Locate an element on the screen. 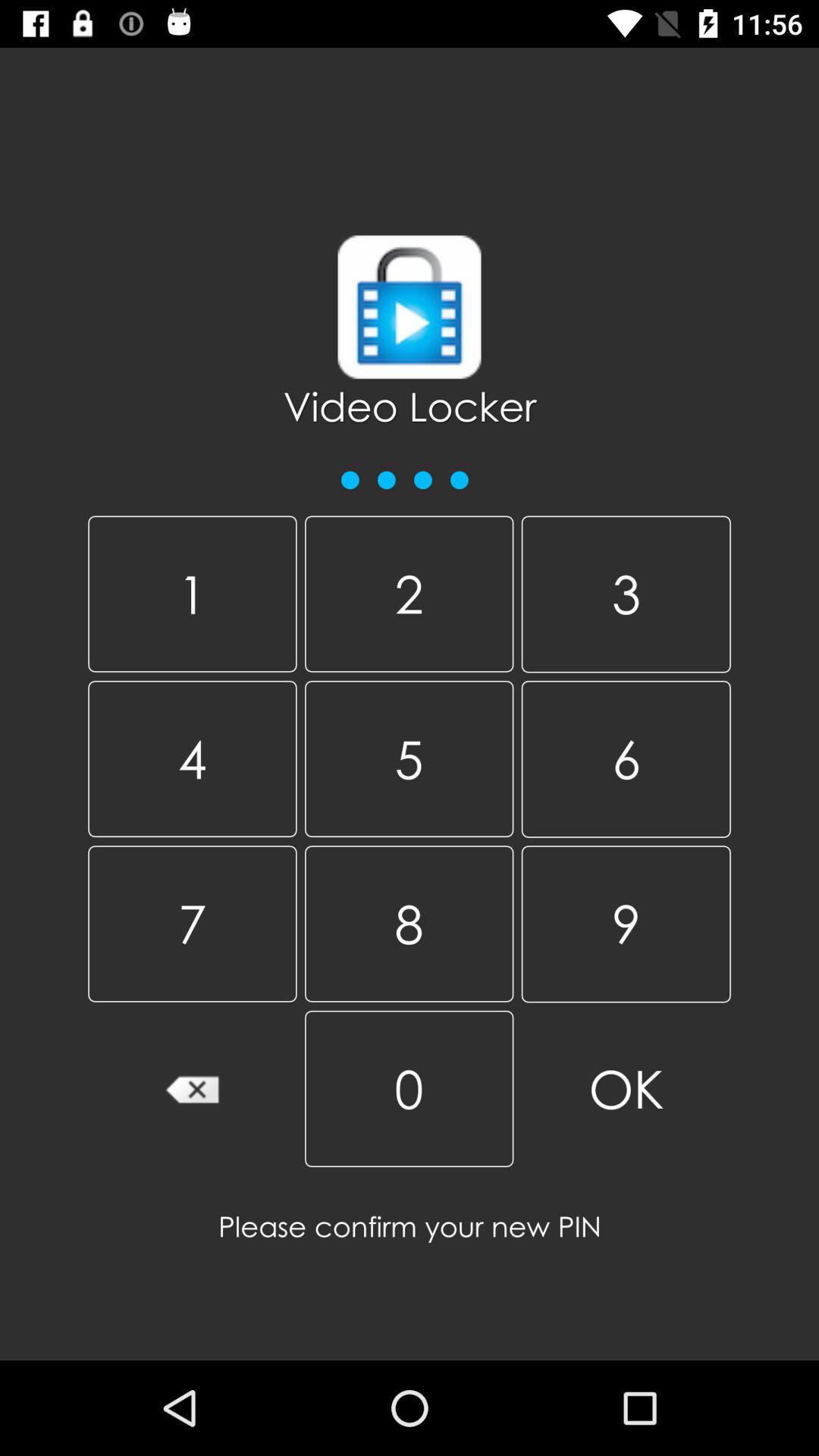 The height and width of the screenshot is (1456, 819). backspace button is located at coordinates (191, 1087).